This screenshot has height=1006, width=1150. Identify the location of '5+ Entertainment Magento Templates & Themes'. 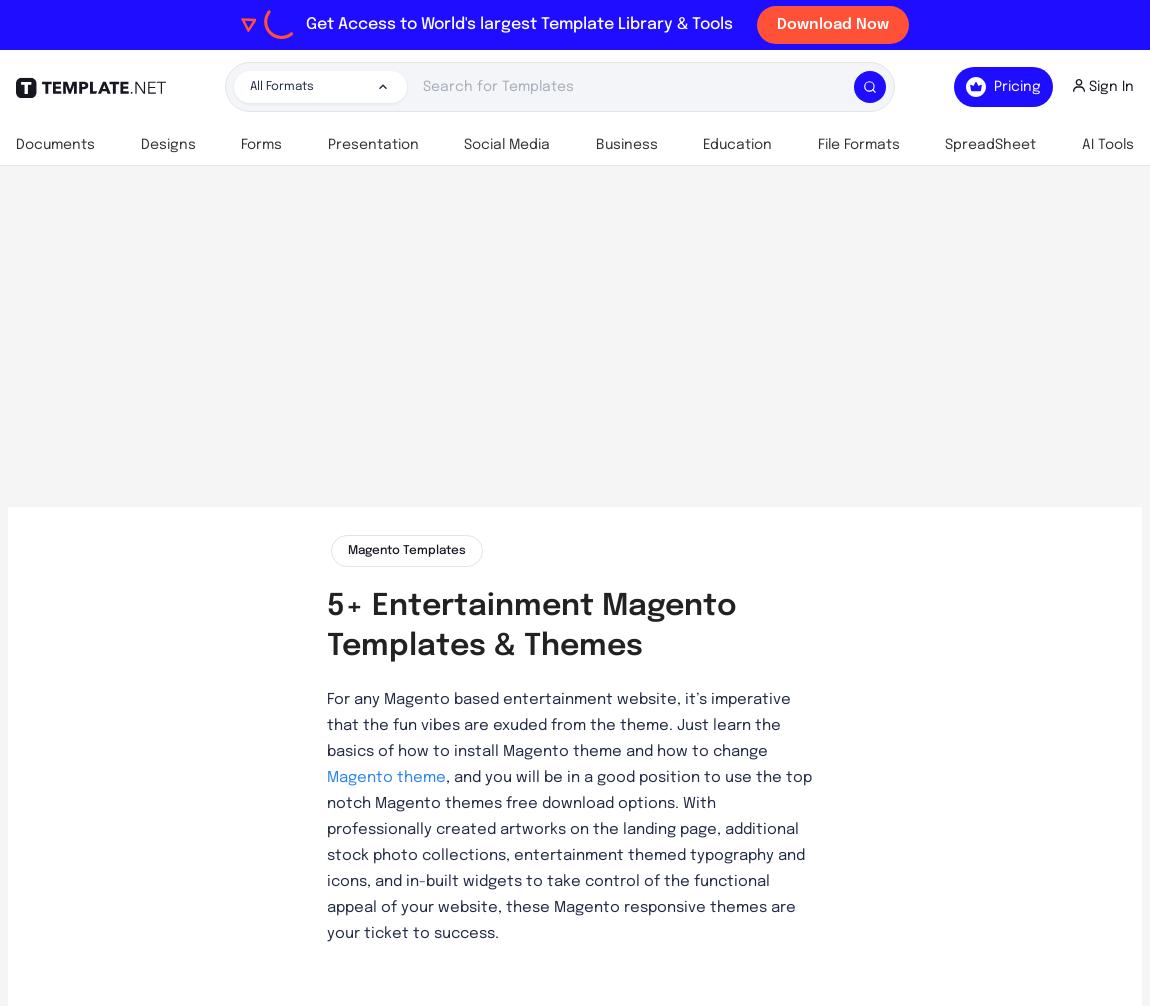
(531, 626).